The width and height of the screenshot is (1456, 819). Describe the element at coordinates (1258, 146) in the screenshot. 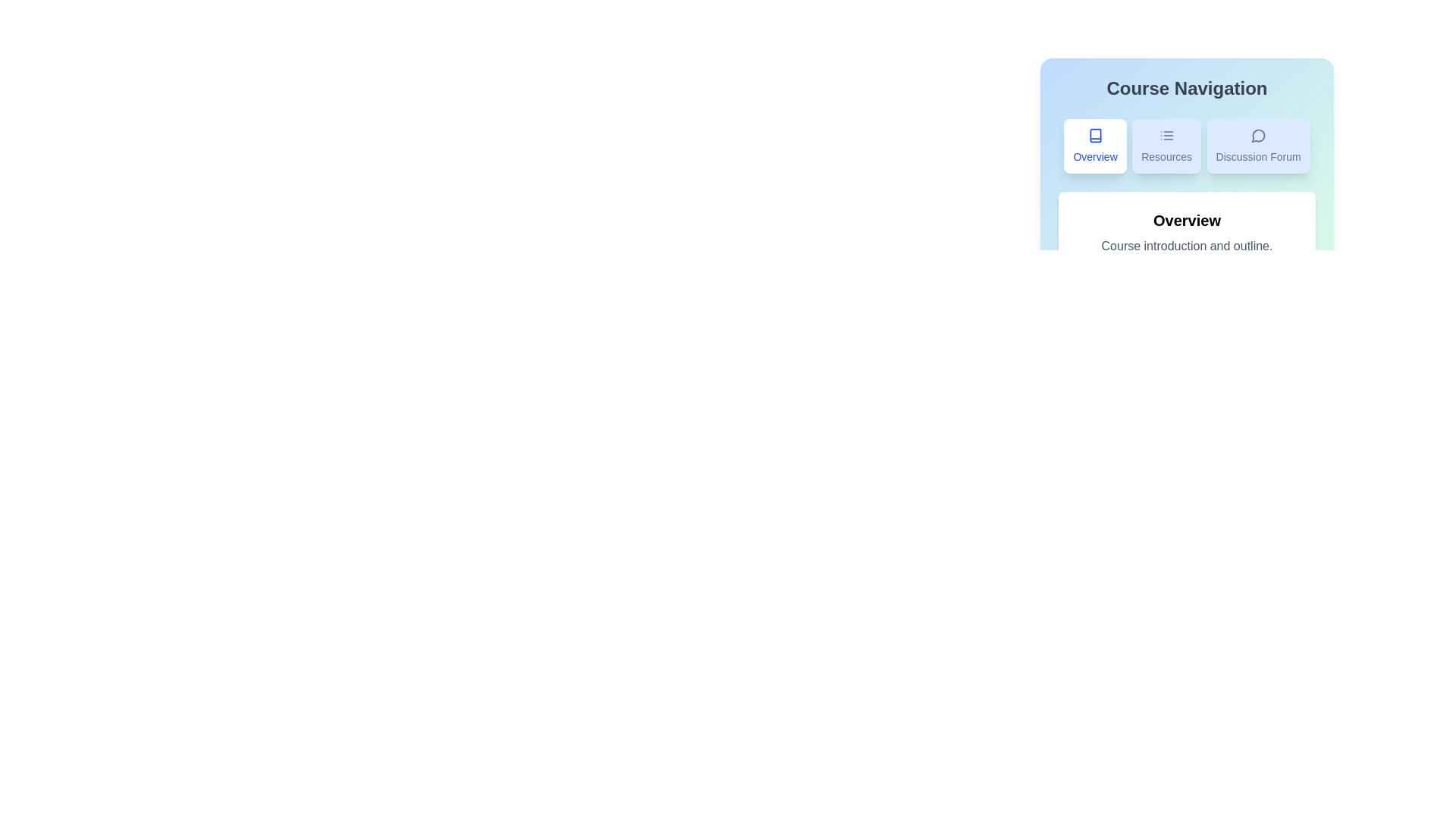

I see `the Discussion Forum tab` at that location.